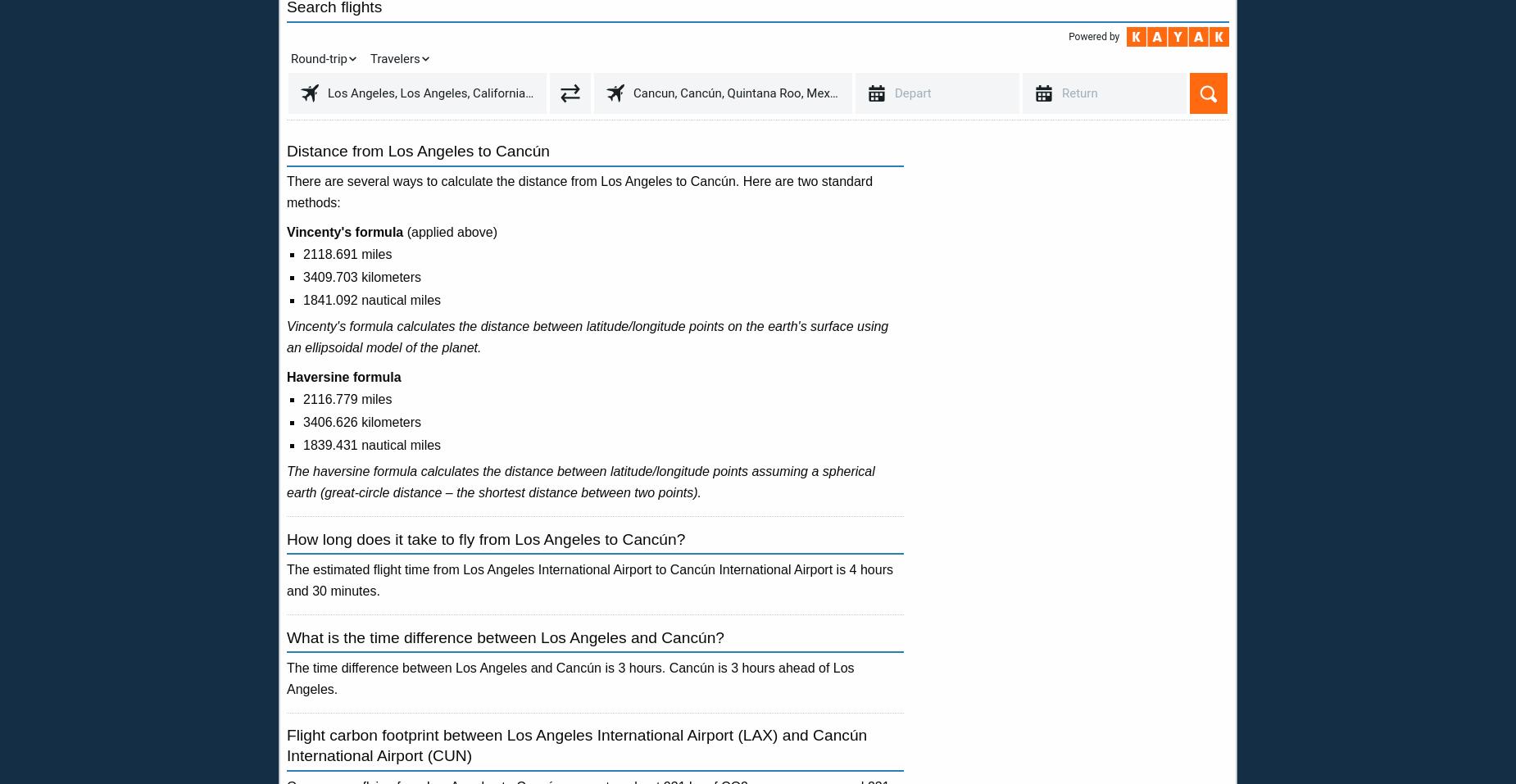 Image resolution: width=1516 pixels, height=784 pixels. What do you see at coordinates (485, 537) in the screenshot?
I see `'How long does it take to fly from Los Angeles to Cancún?'` at bounding box center [485, 537].